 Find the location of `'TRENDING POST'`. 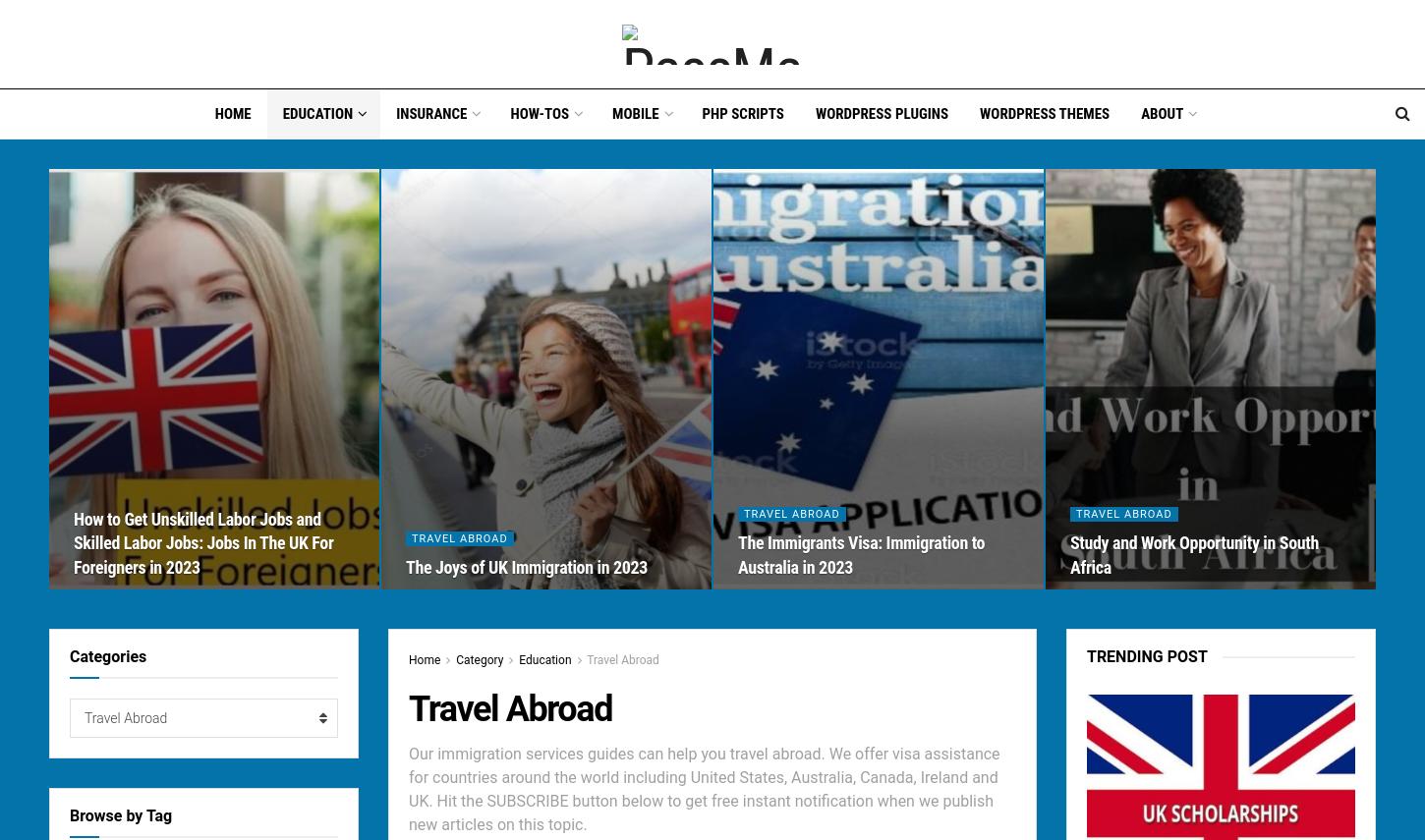

'TRENDING POST' is located at coordinates (1145, 656).